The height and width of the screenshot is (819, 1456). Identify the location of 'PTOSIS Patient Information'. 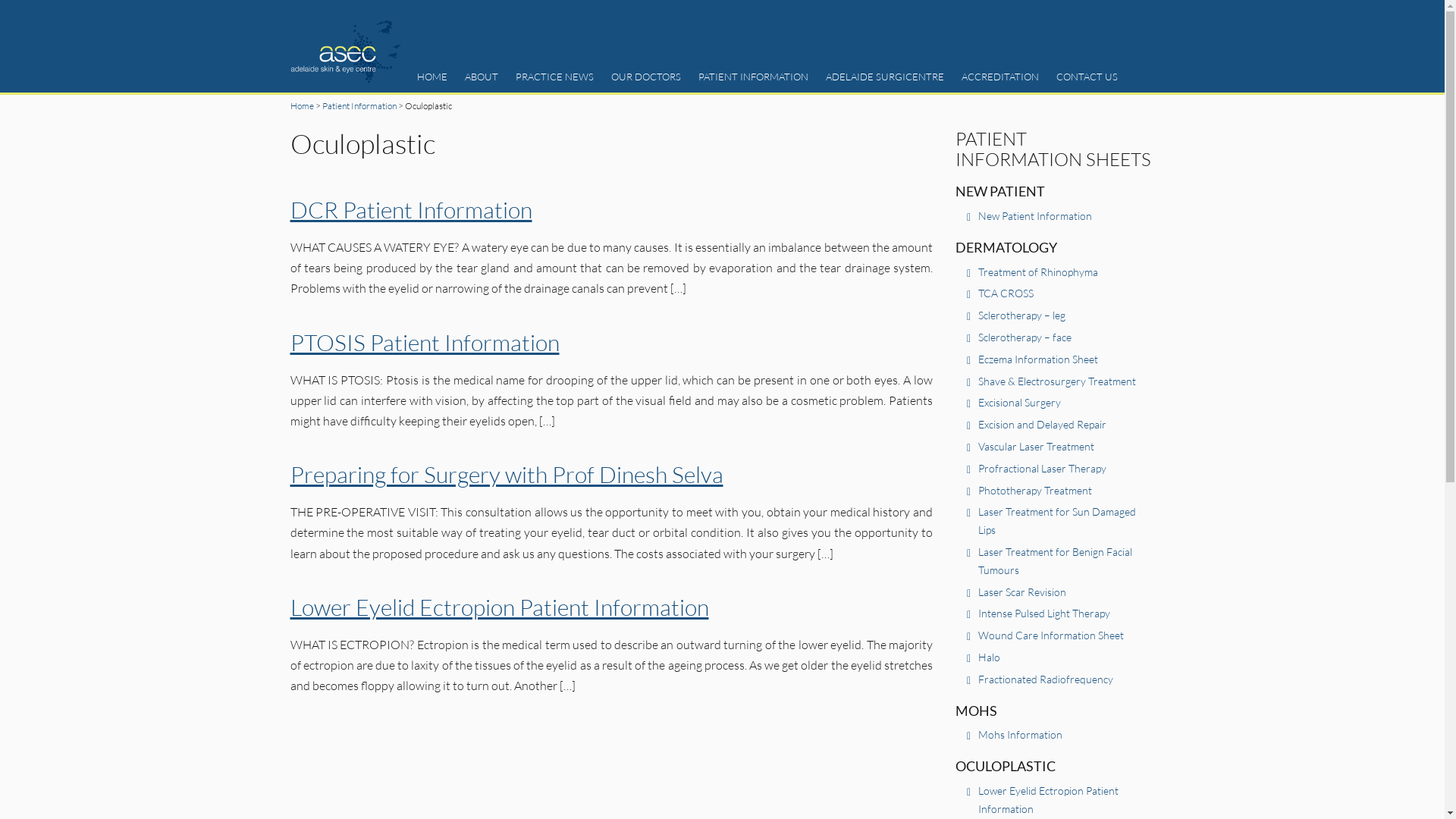
(424, 342).